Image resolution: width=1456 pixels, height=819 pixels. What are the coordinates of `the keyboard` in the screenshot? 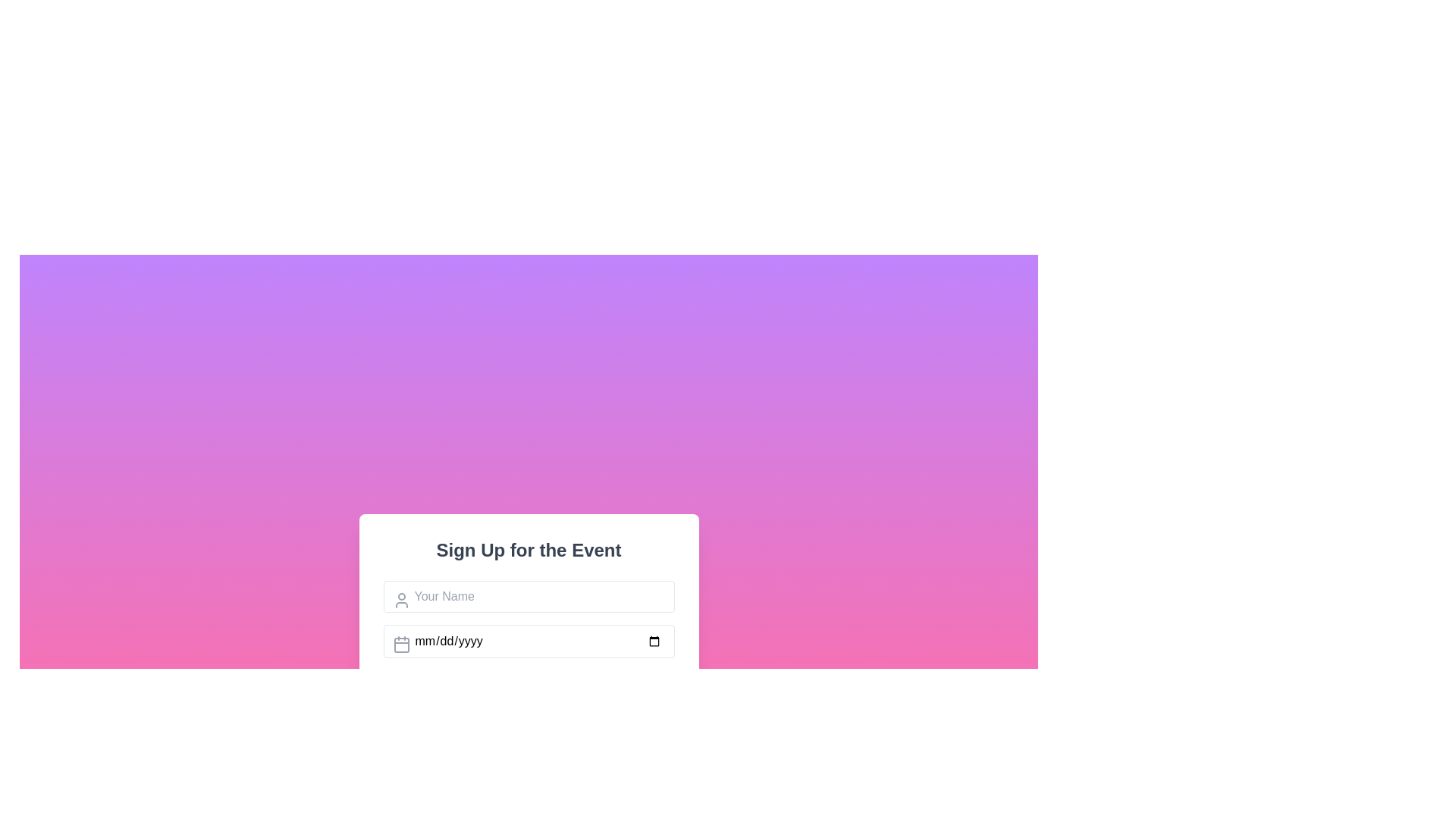 It's located at (529, 641).